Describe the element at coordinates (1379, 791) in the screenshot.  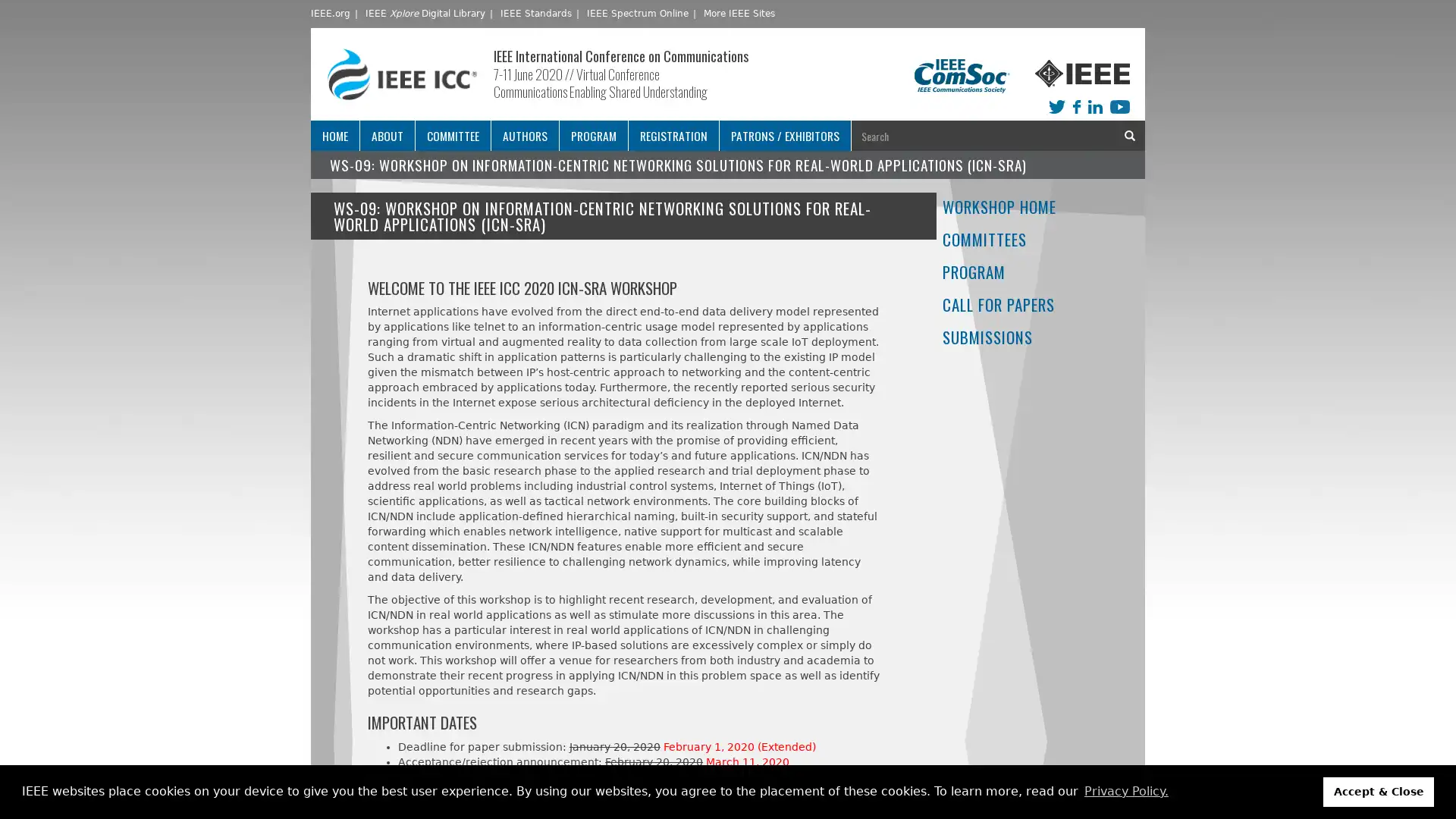
I see `dismiss cookie message` at that location.